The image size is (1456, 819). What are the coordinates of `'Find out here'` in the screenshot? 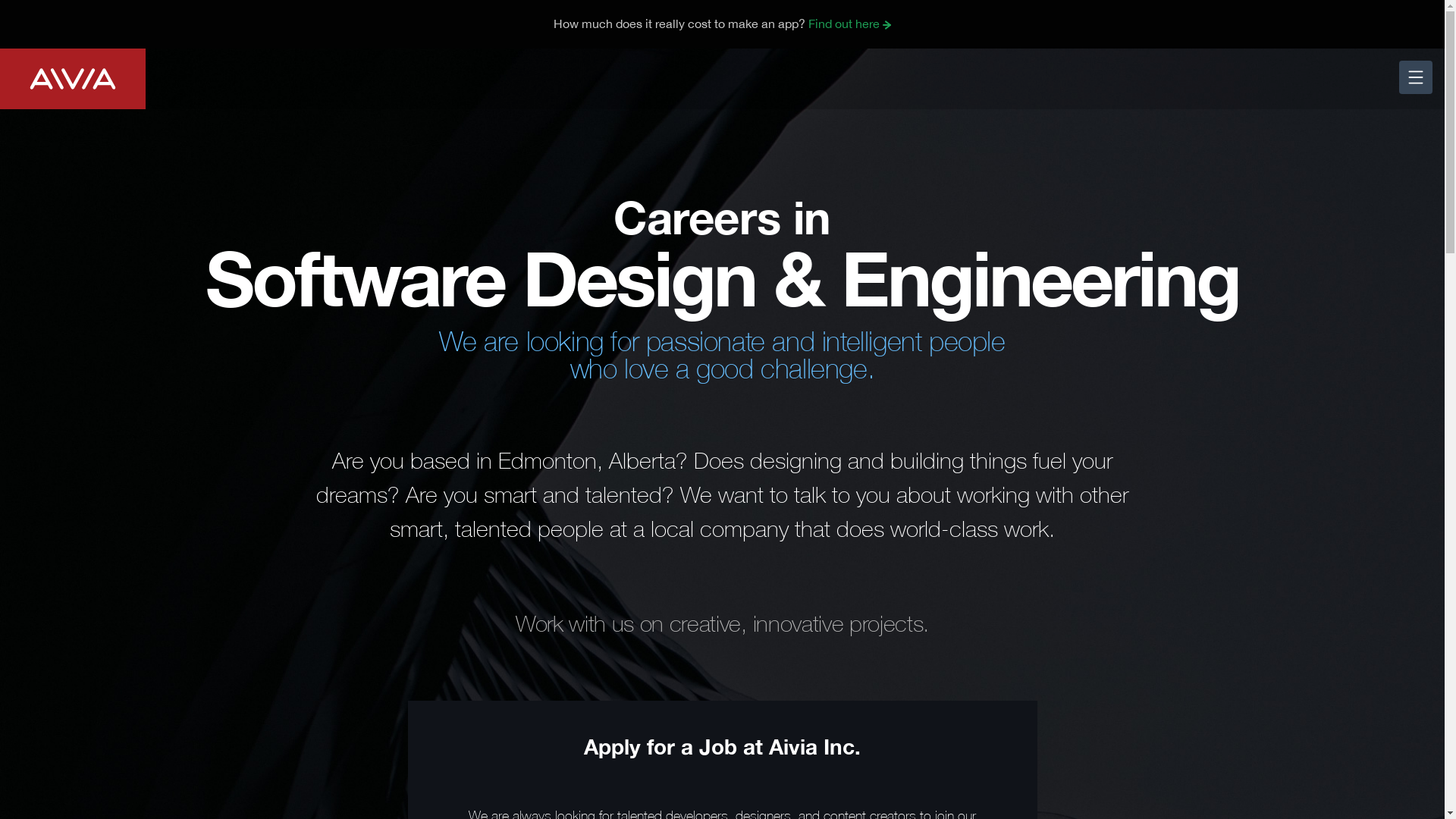 It's located at (850, 24).